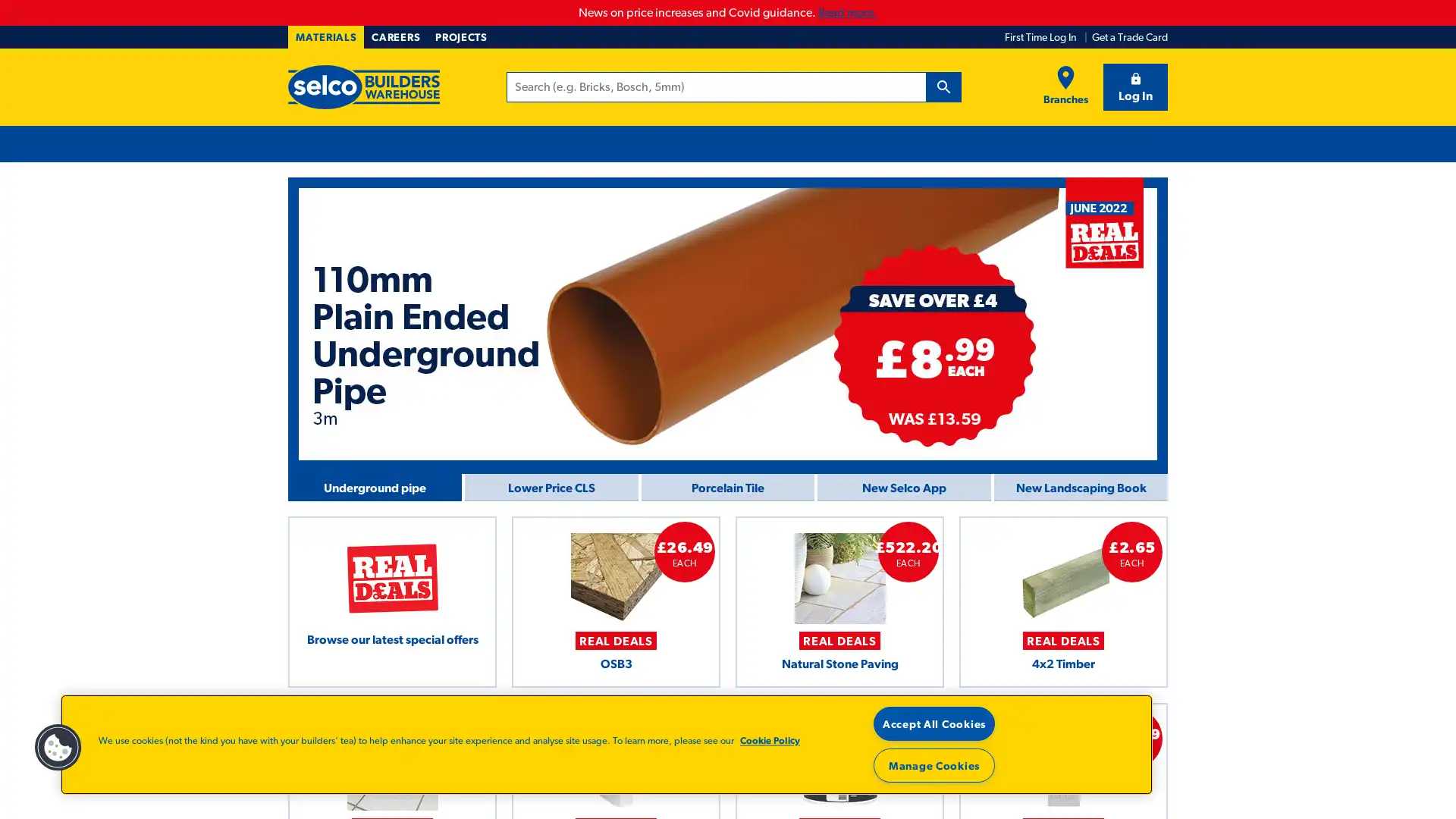 The width and height of the screenshot is (1456, 819). Describe the element at coordinates (58, 747) in the screenshot. I see `Cookies` at that location.